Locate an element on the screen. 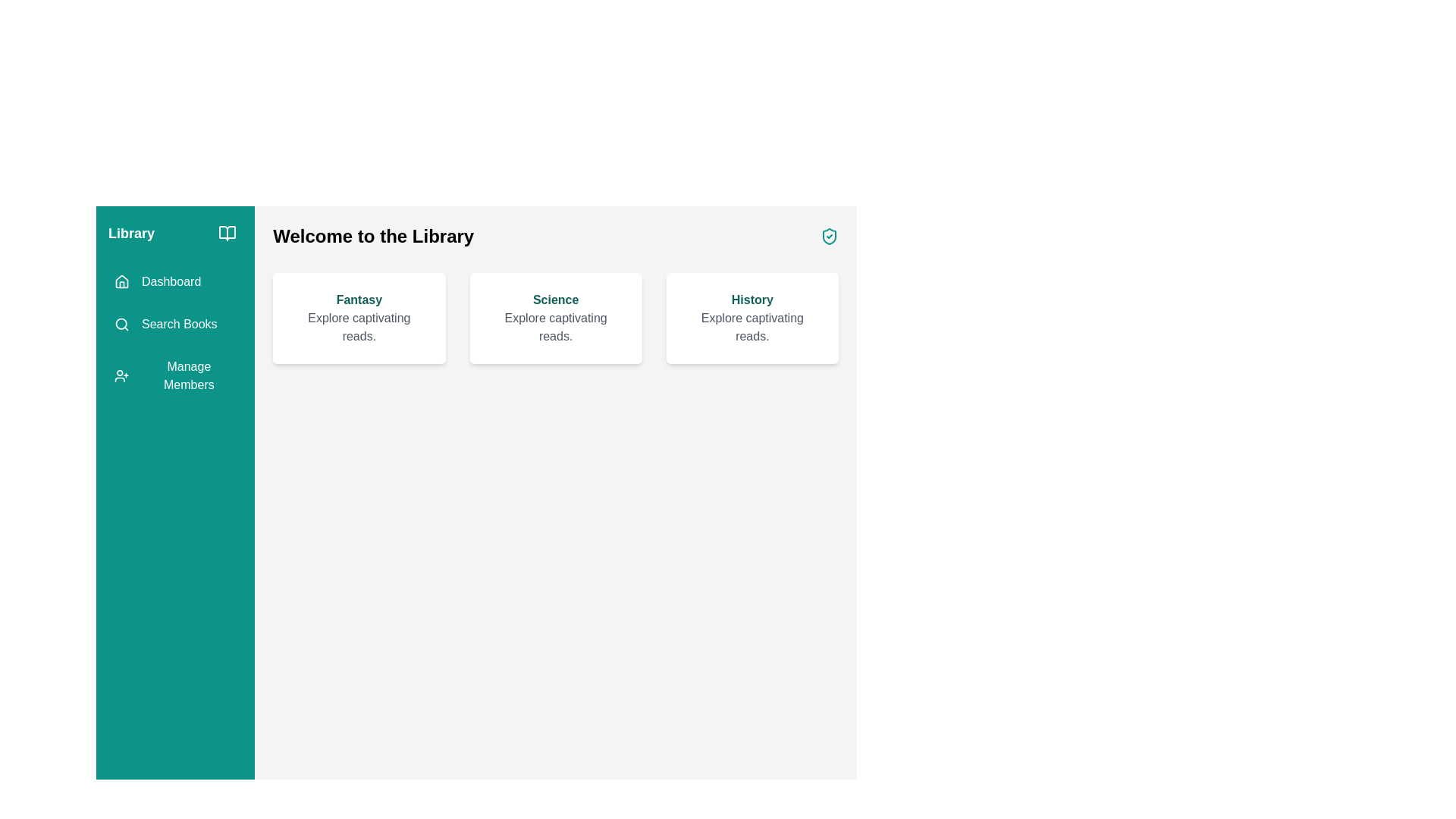 Image resolution: width=1456 pixels, height=819 pixels. the label indicating the option to search for books in the sidebar menu, which is adjacent to a magnifying glass icon is located at coordinates (179, 324).